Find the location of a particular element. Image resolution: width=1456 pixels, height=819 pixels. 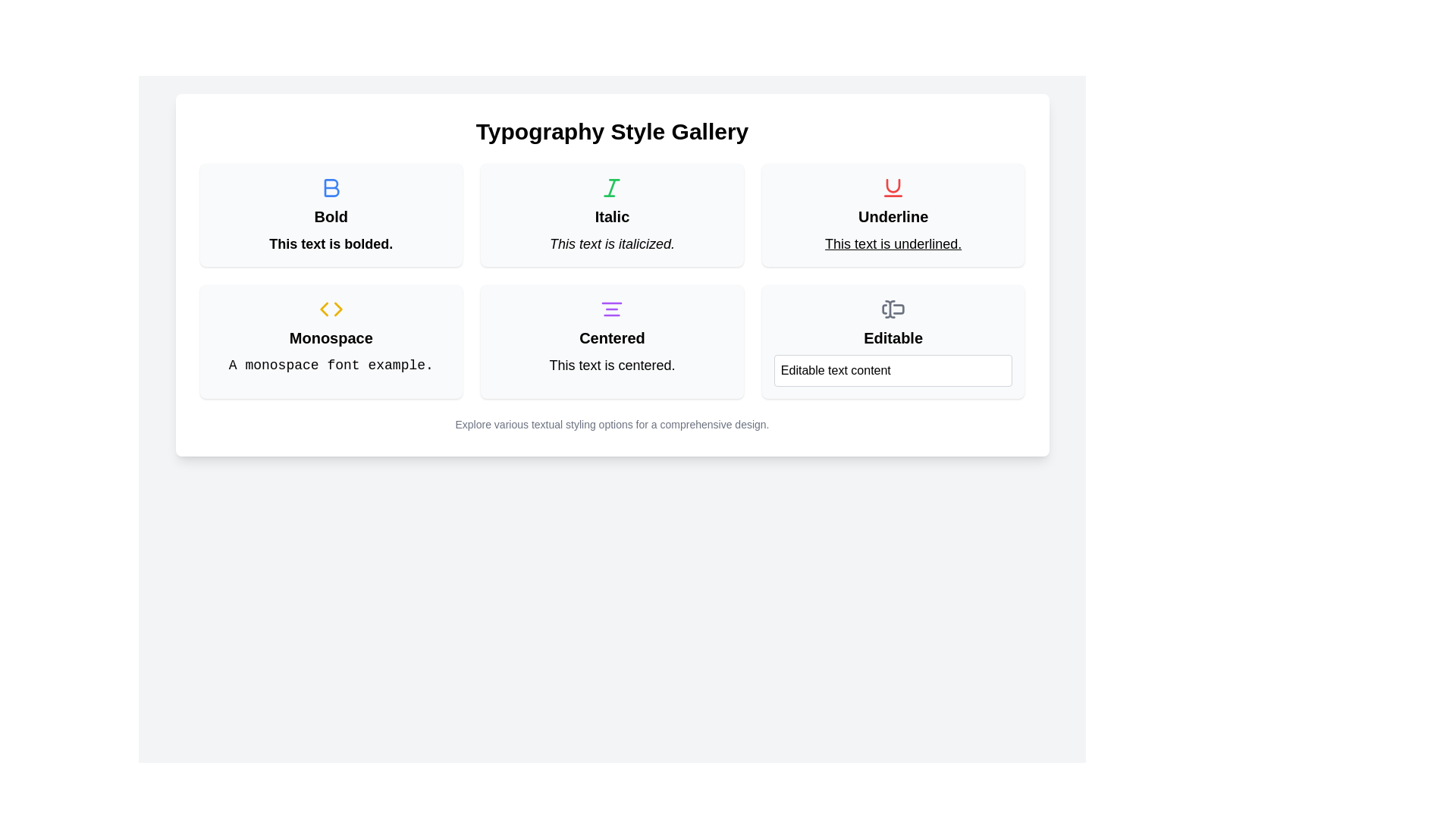

the Line component of the italic text styling icon, which is located in the second column of the top row of the interface is located at coordinates (612, 187).